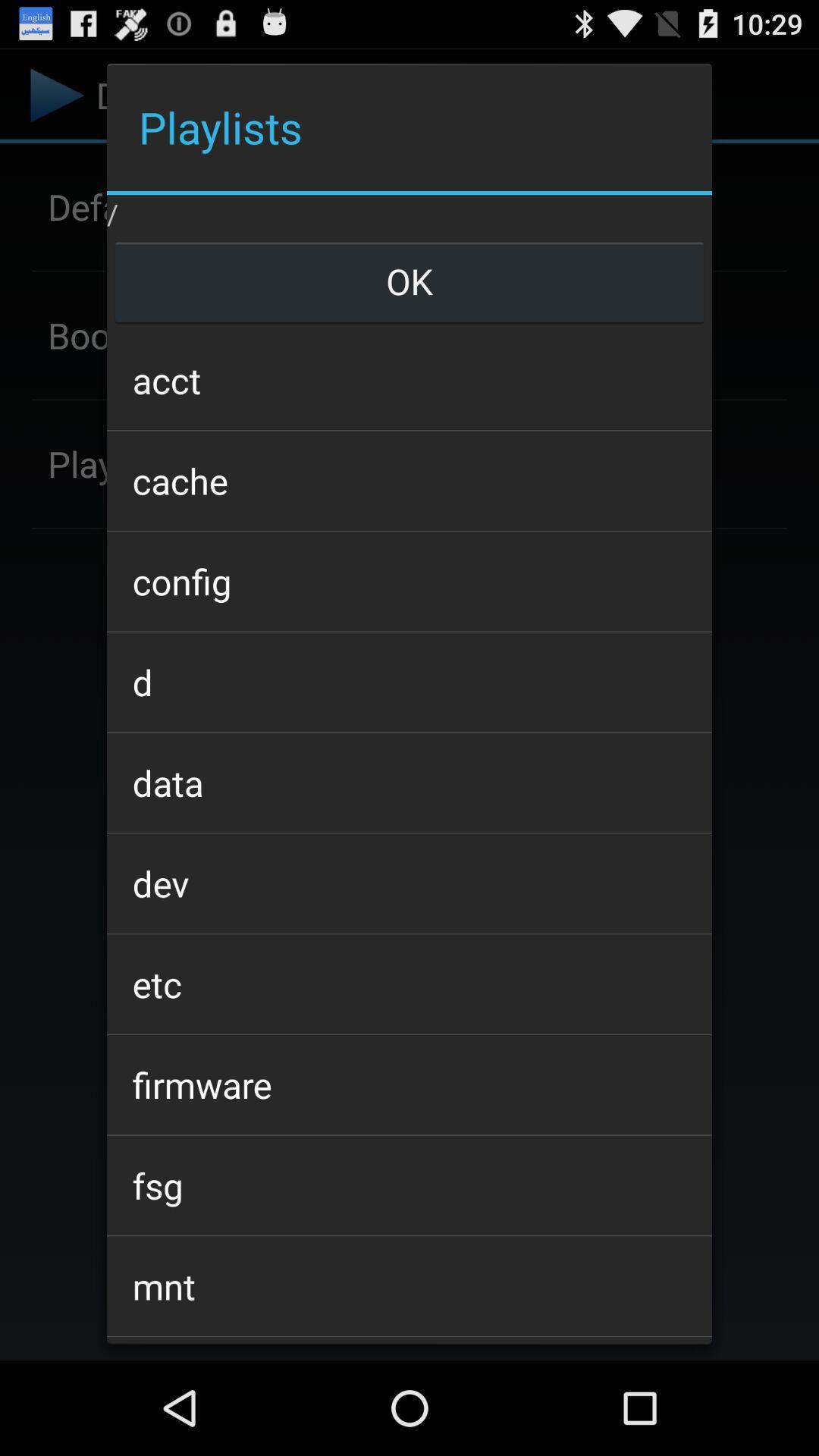 Image resolution: width=819 pixels, height=1456 pixels. What do you see at coordinates (409, 380) in the screenshot?
I see `the item above the cache icon` at bounding box center [409, 380].